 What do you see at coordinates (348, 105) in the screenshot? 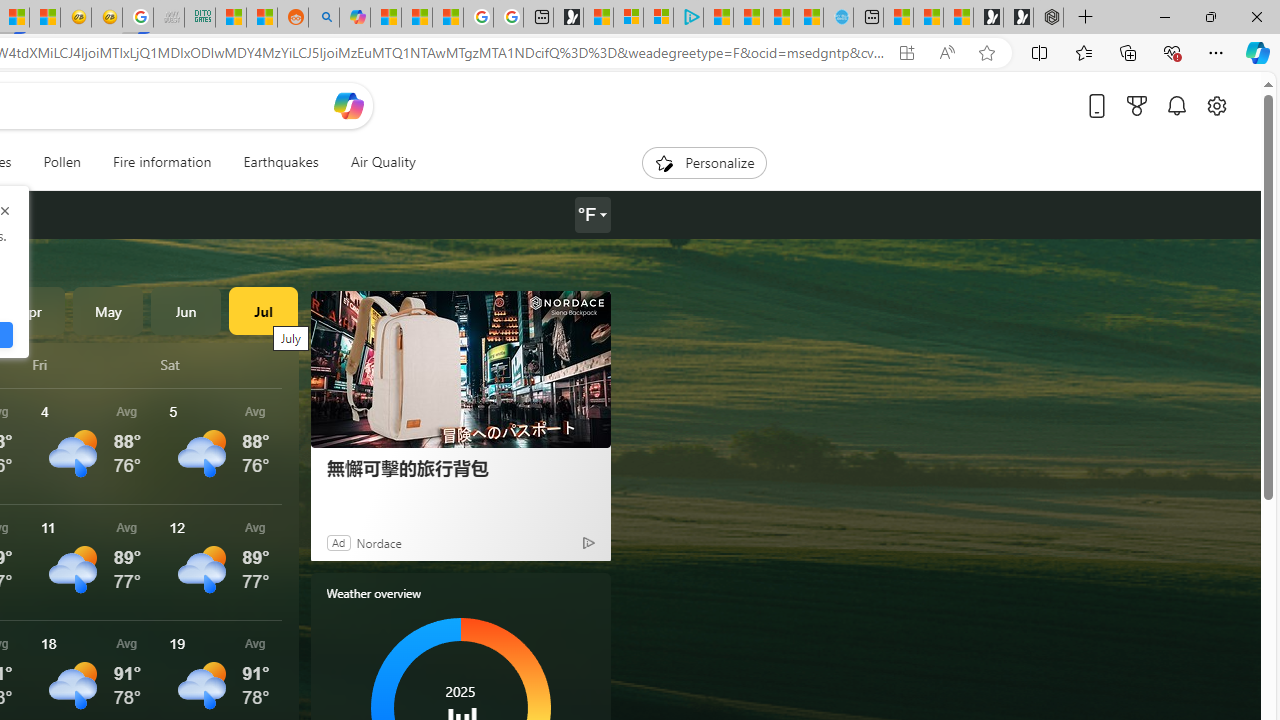
I see `'Open Copilot'` at bounding box center [348, 105].